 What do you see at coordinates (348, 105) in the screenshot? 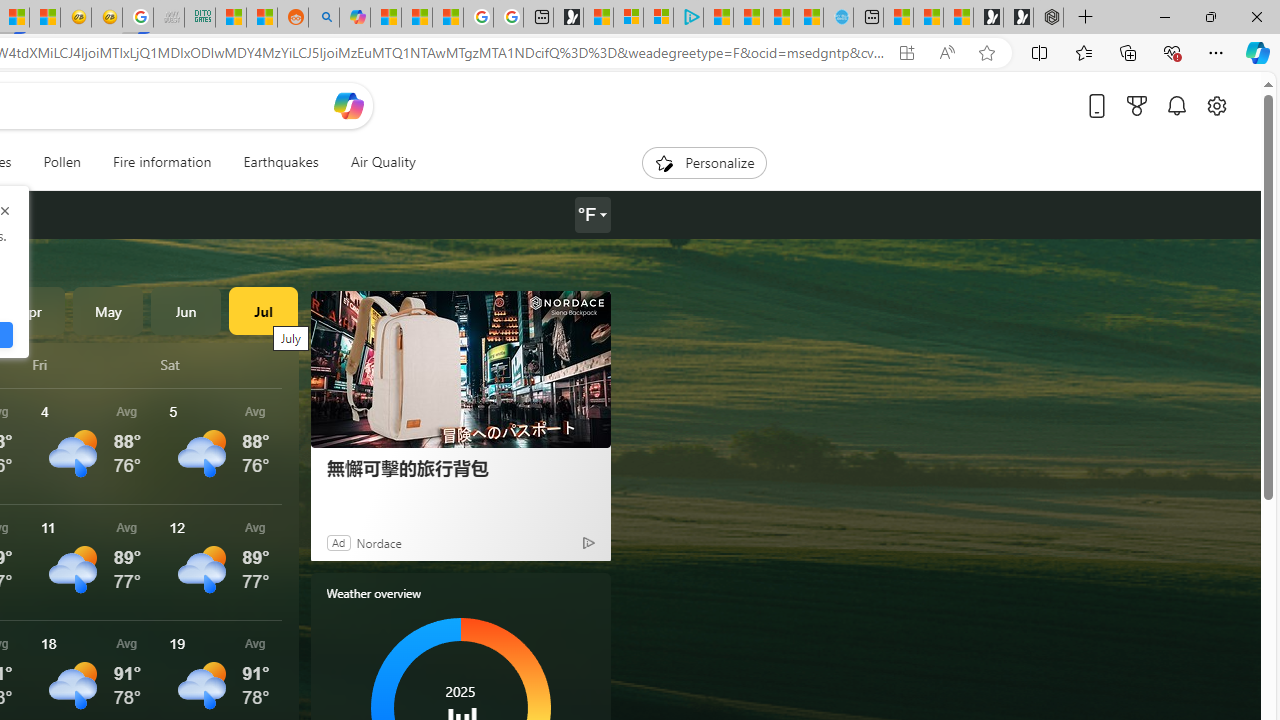
I see `'Open Copilot'` at bounding box center [348, 105].